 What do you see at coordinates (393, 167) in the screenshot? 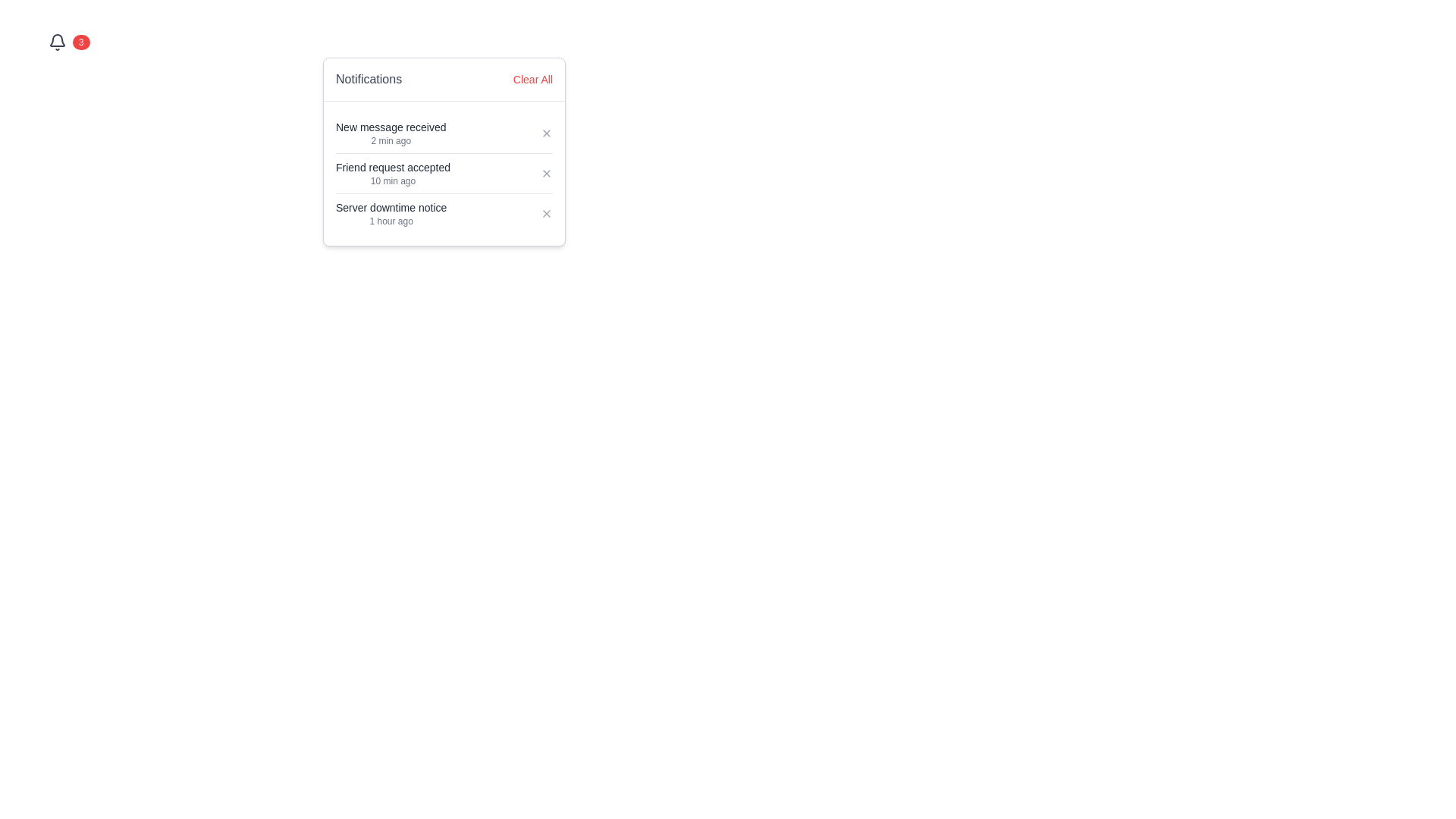
I see `the text label reading 'Friend request accepted' which is the second notification in the list` at bounding box center [393, 167].